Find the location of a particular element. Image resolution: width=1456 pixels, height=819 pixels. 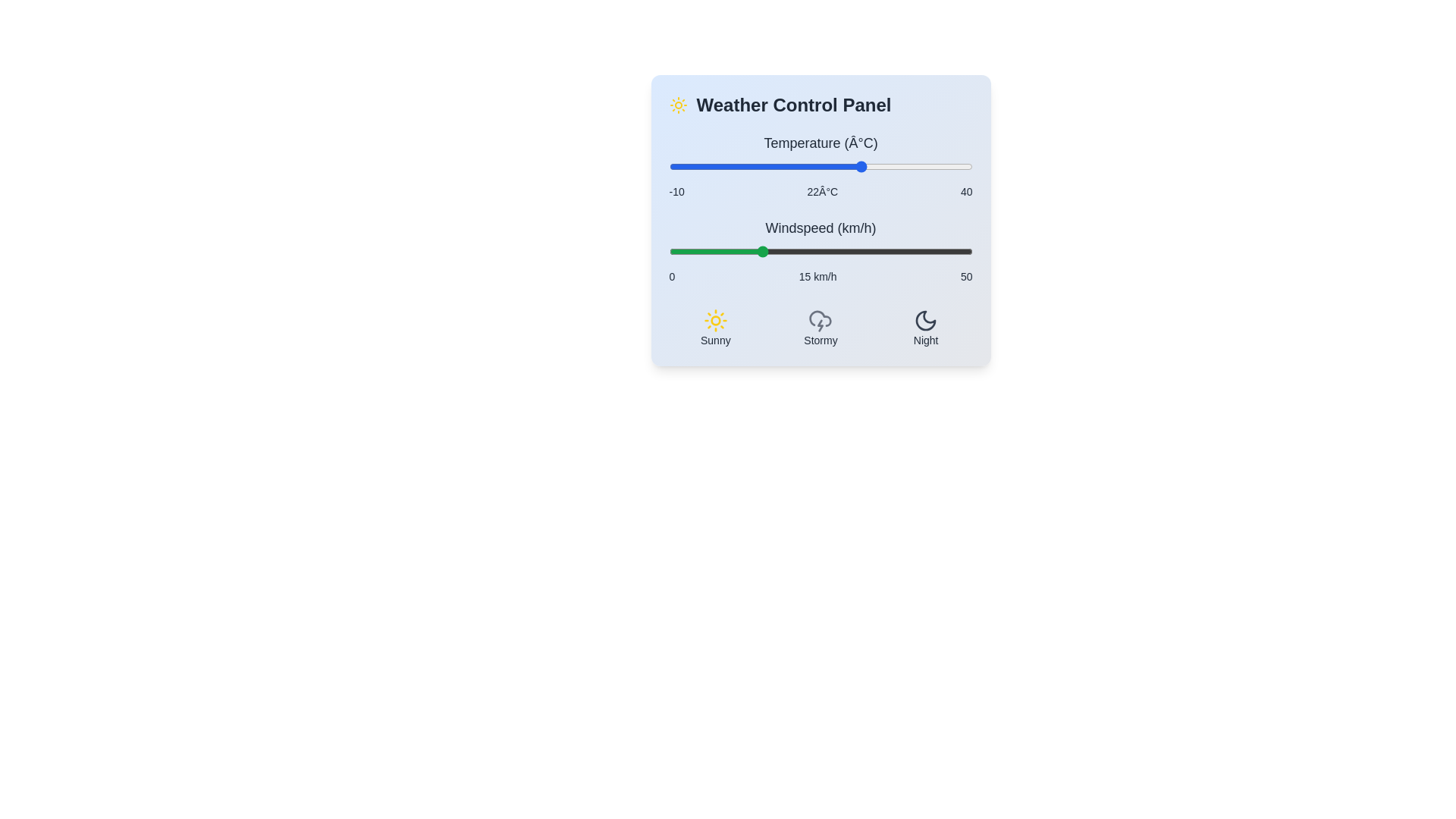

the storm icon labeled 'Stormy', which is the second element in the Weather Control Panel, situated between 'Sunny' and 'Night' is located at coordinates (820, 327).